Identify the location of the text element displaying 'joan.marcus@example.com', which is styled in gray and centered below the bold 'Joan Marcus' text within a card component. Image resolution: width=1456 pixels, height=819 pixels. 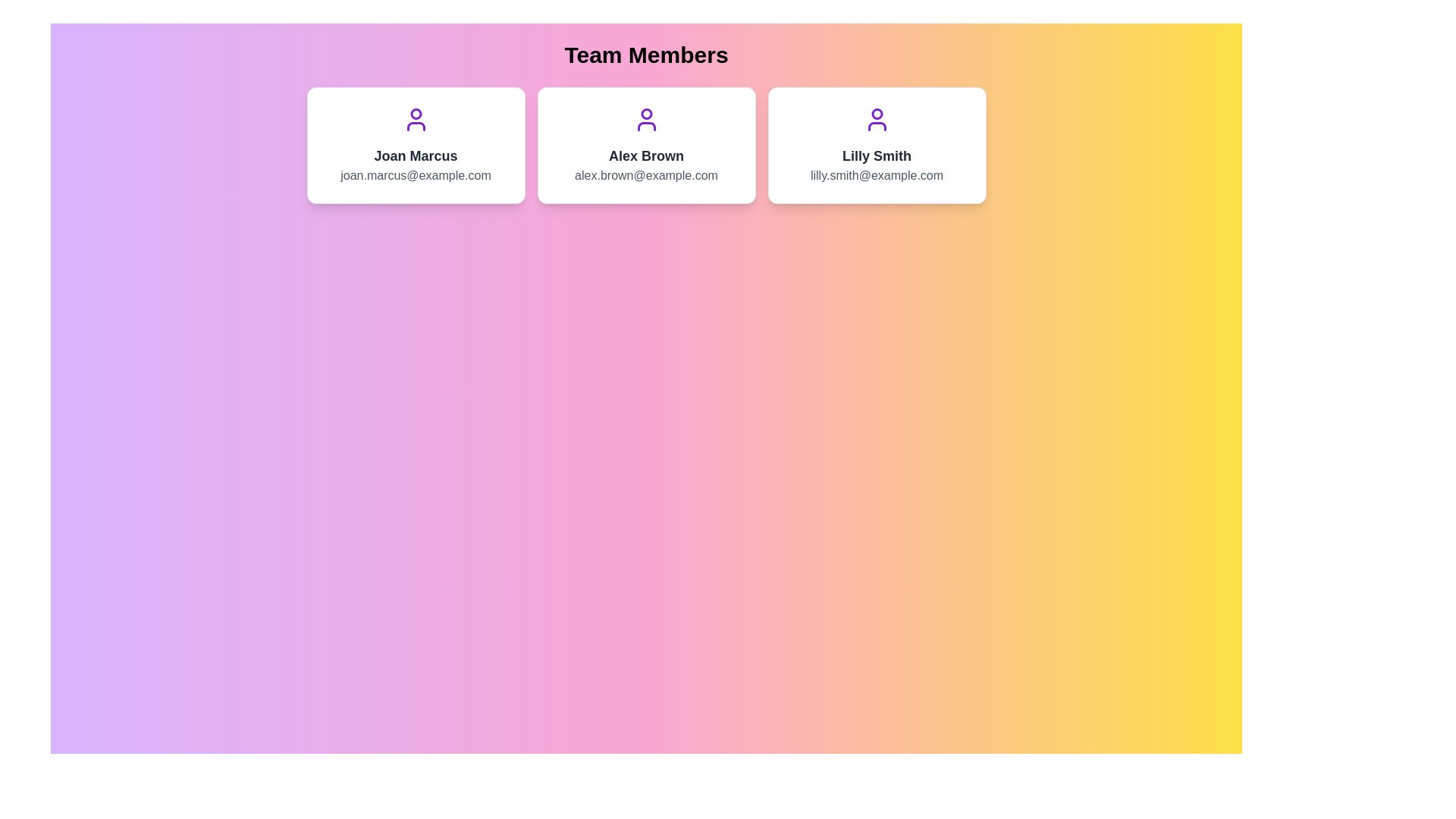
(416, 174).